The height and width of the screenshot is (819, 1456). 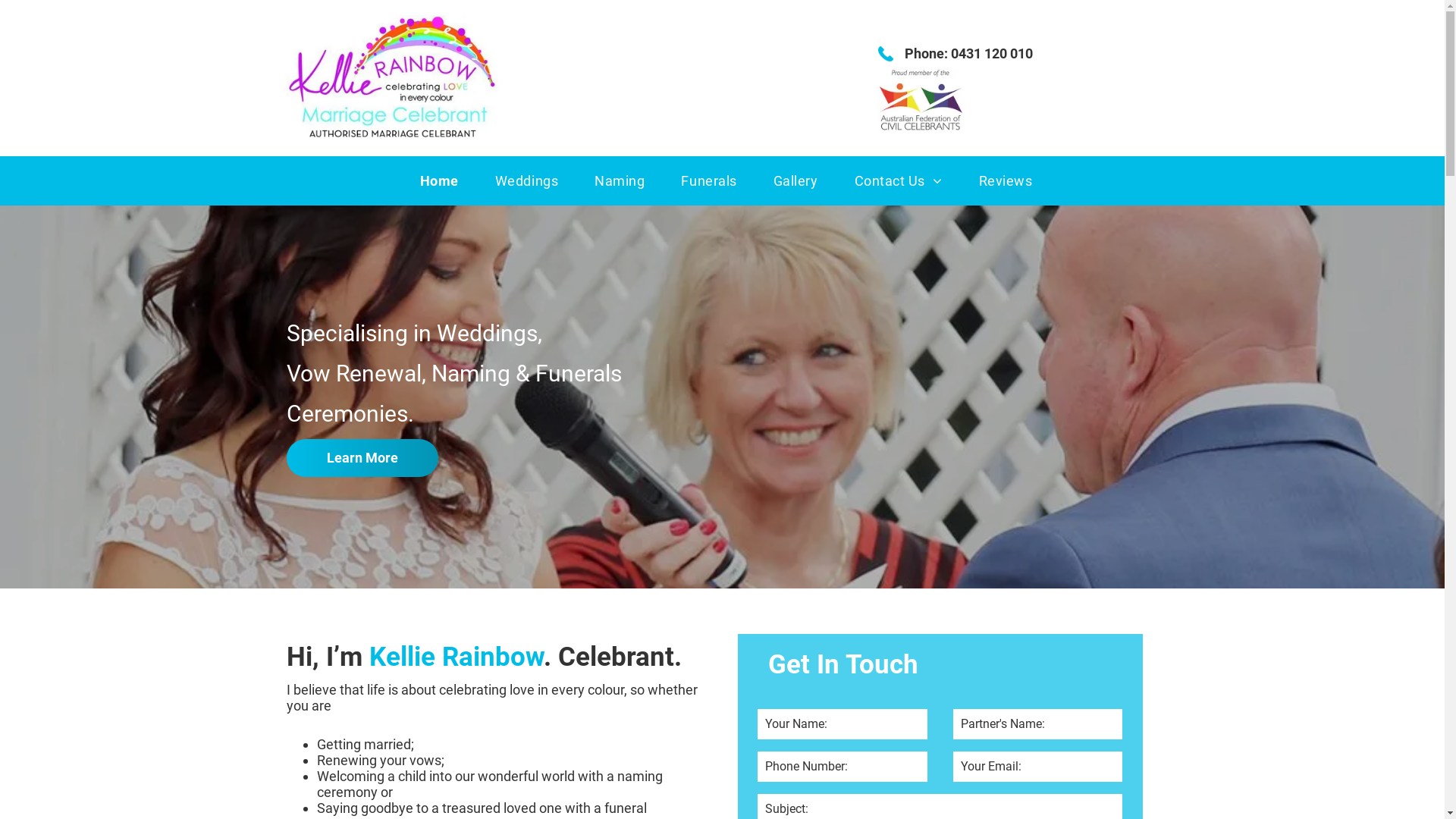 I want to click on 'Home', so click(x=438, y=180).